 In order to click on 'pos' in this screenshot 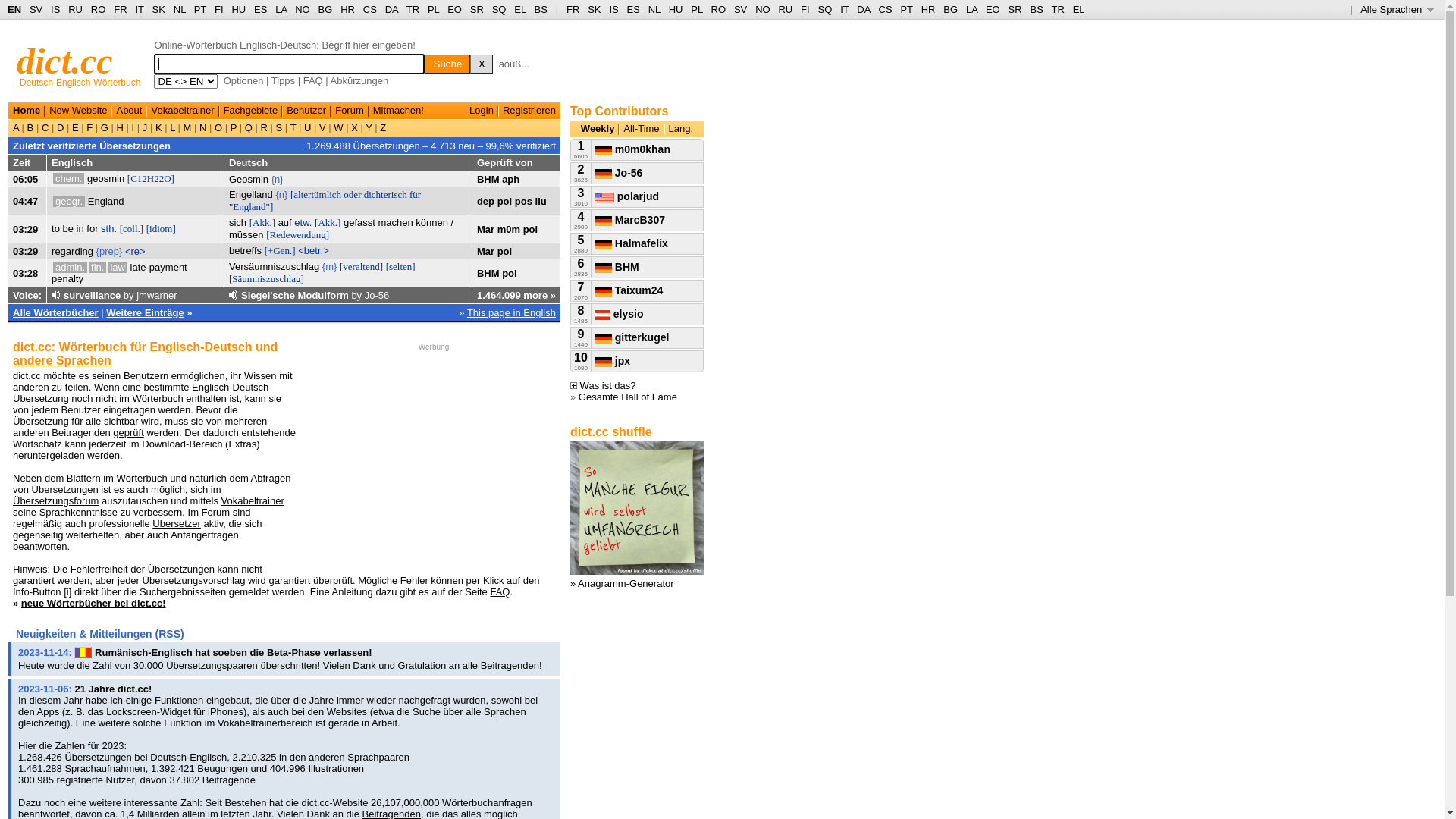, I will do `click(523, 200)`.